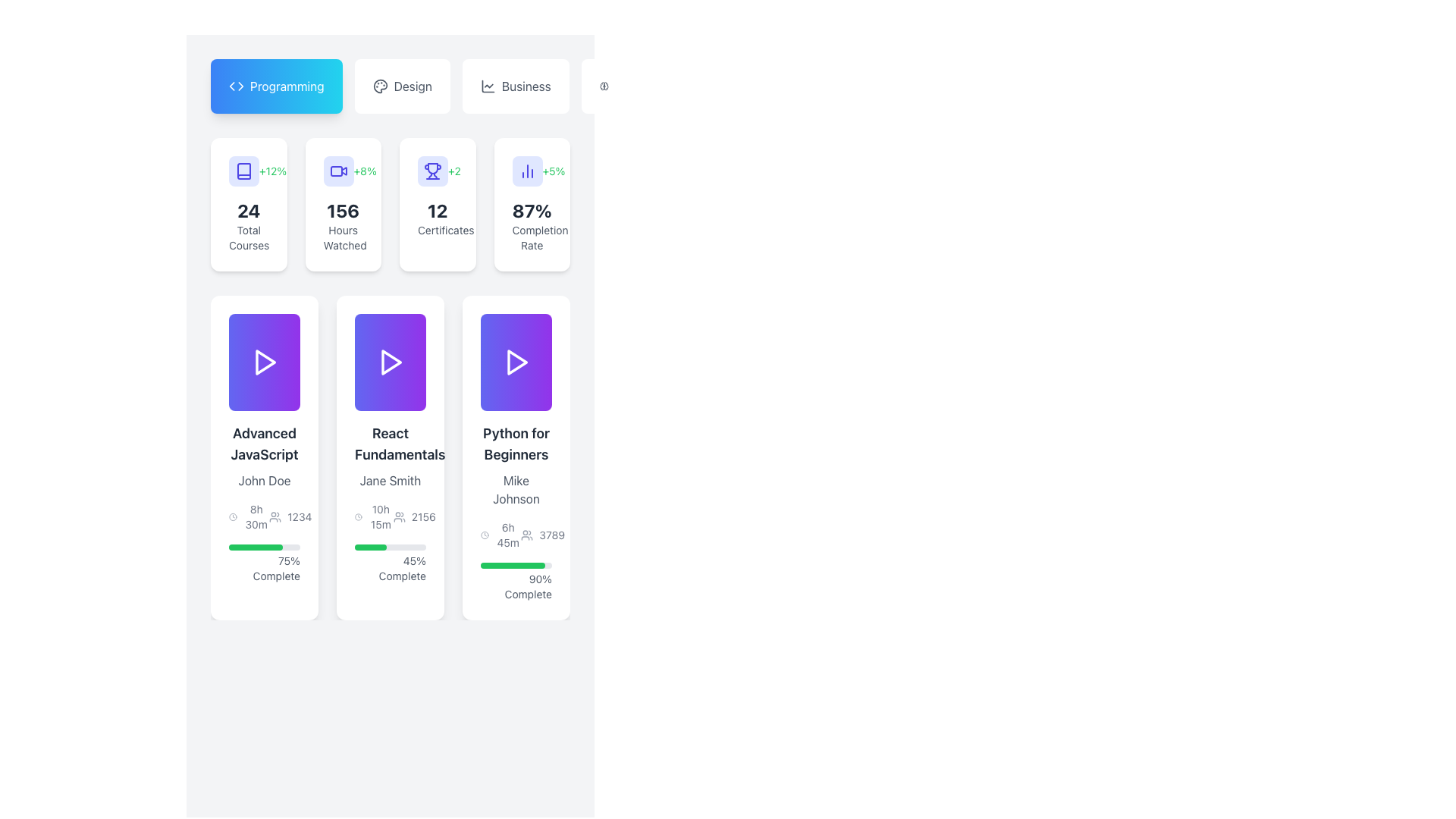  I want to click on the text label that serves as the title for the 'Advanced JavaScript' course, located in the upper half of the card just beneath the play button icon, so click(265, 444).